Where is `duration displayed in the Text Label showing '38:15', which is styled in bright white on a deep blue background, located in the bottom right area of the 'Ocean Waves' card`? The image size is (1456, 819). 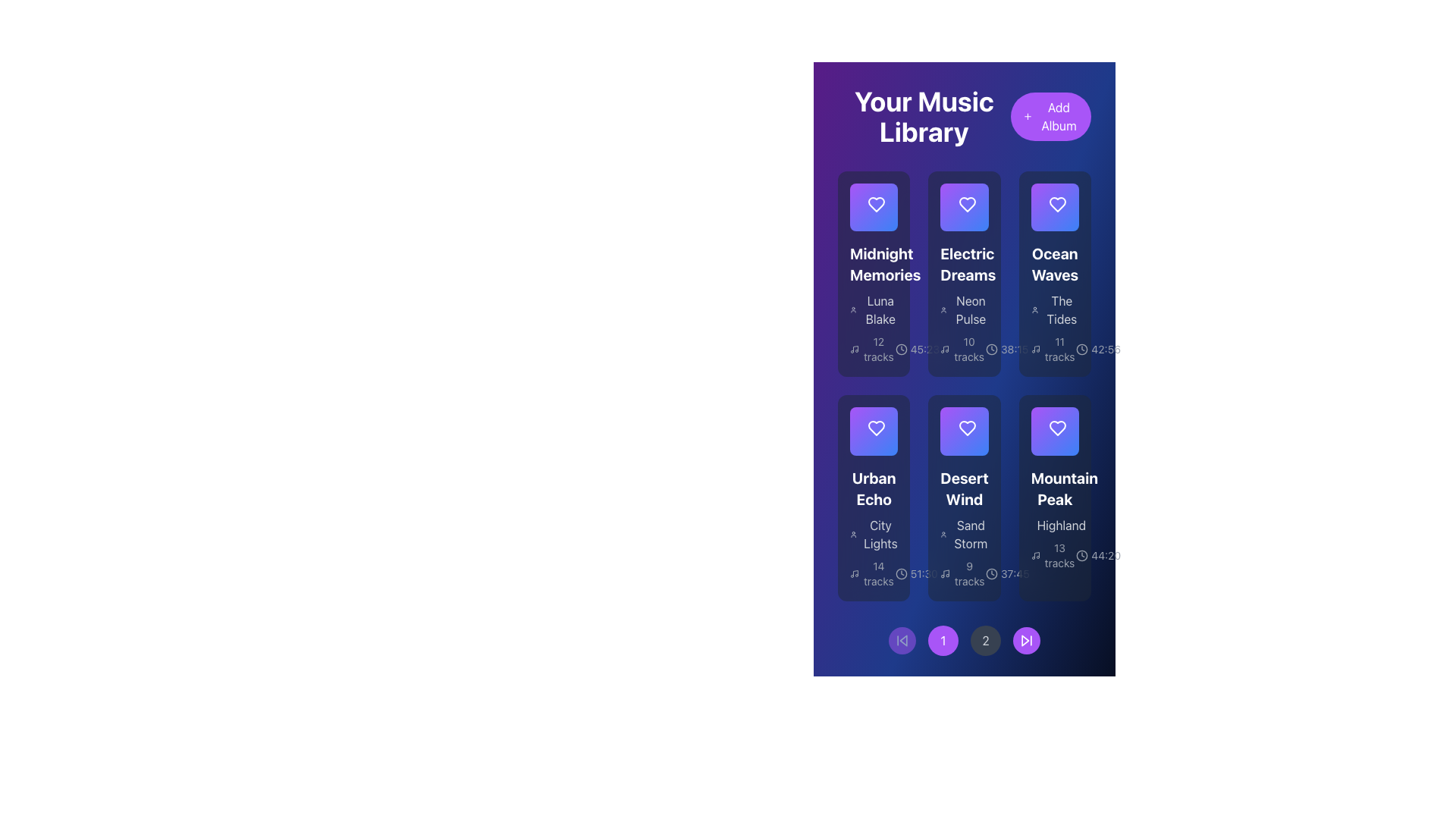
duration displayed in the Text Label showing '38:15', which is styled in bright white on a deep blue background, located in the bottom right area of the 'Ocean Waves' card is located at coordinates (1015, 350).